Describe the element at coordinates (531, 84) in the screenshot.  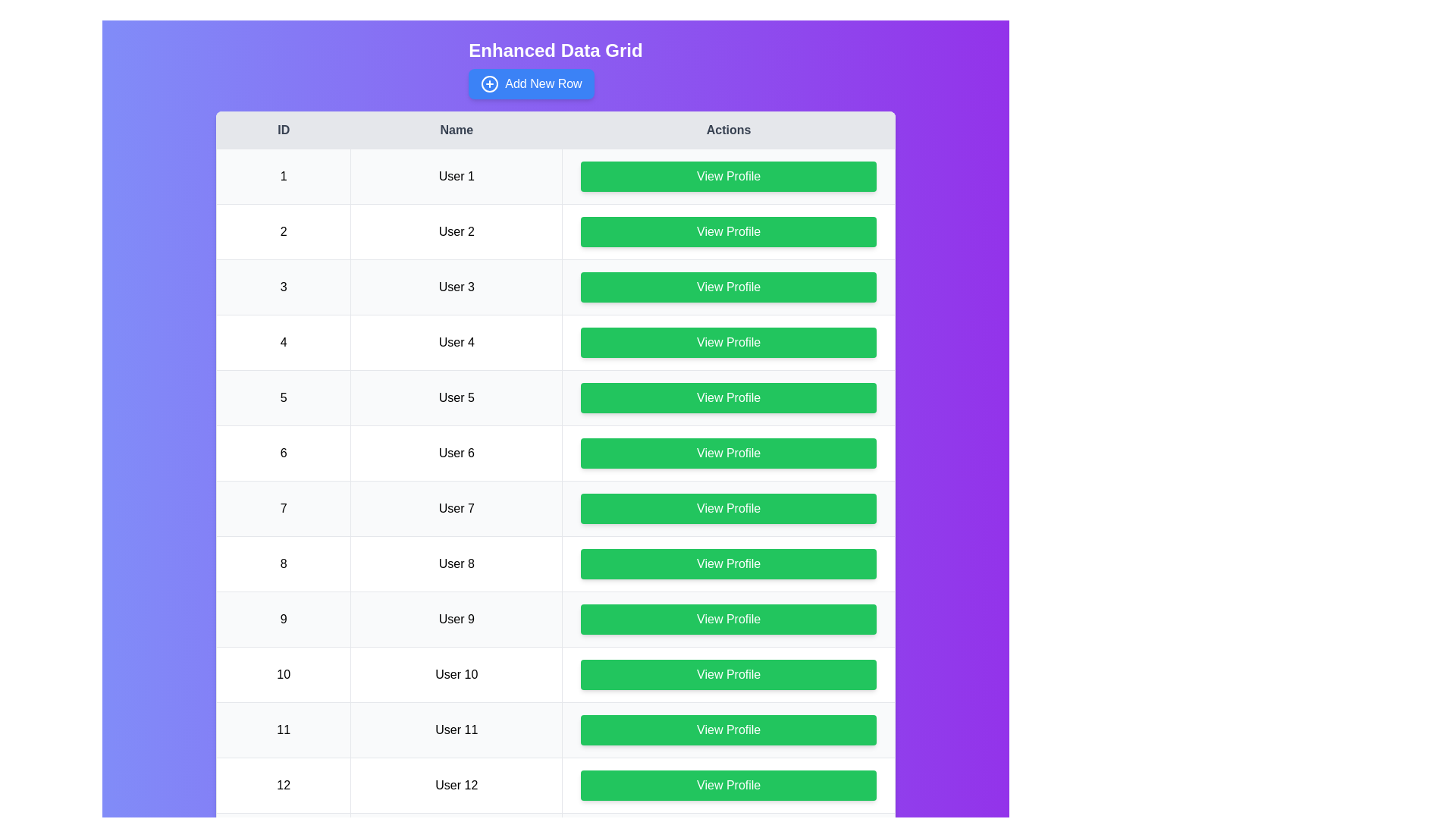
I see `'Add New Row' button` at that location.